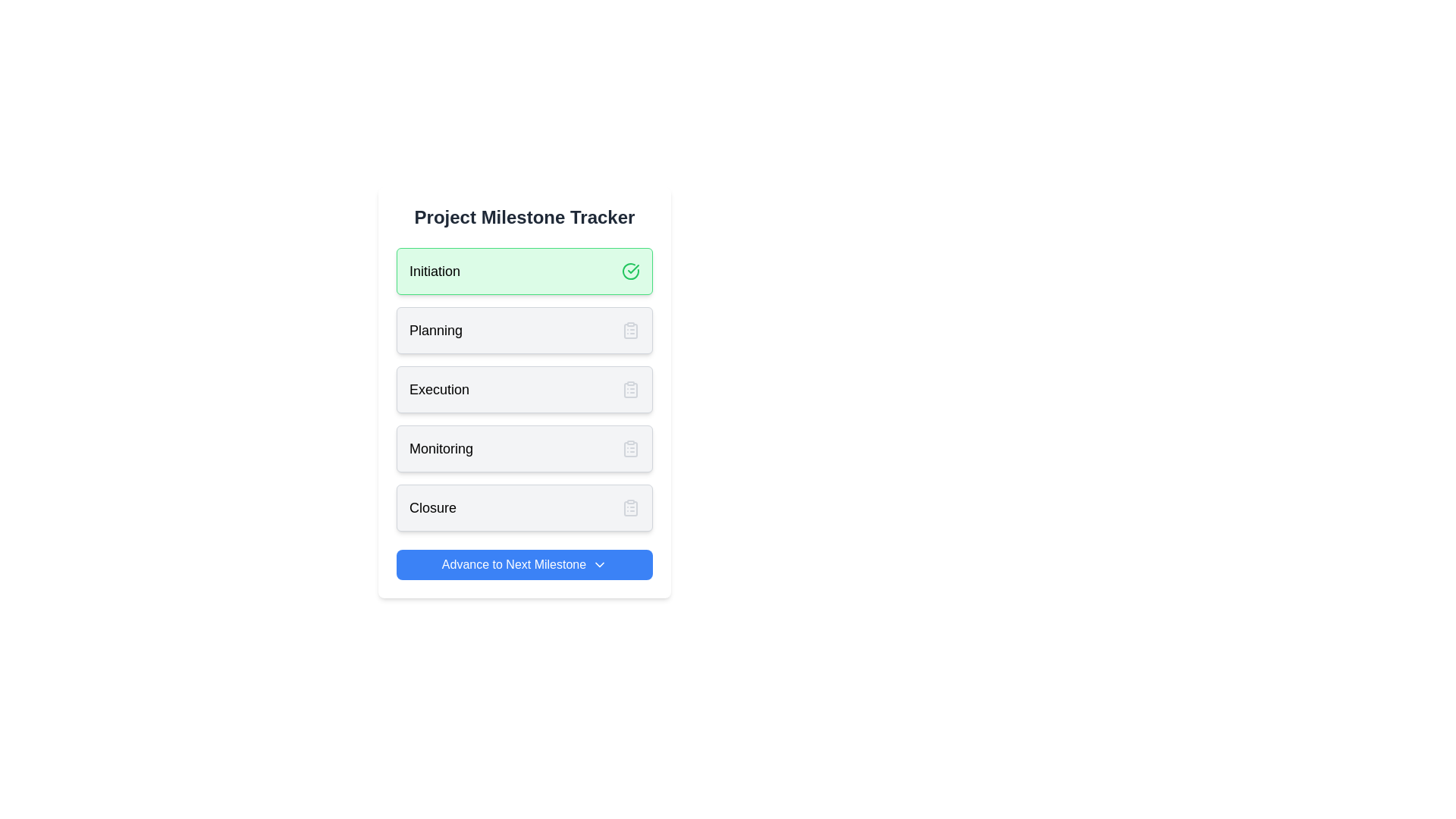  Describe the element at coordinates (630, 447) in the screenshot. I see `the icon located to the far right of the 'Monitoring' section, which is the fourth row in the list of milestones` at that location.